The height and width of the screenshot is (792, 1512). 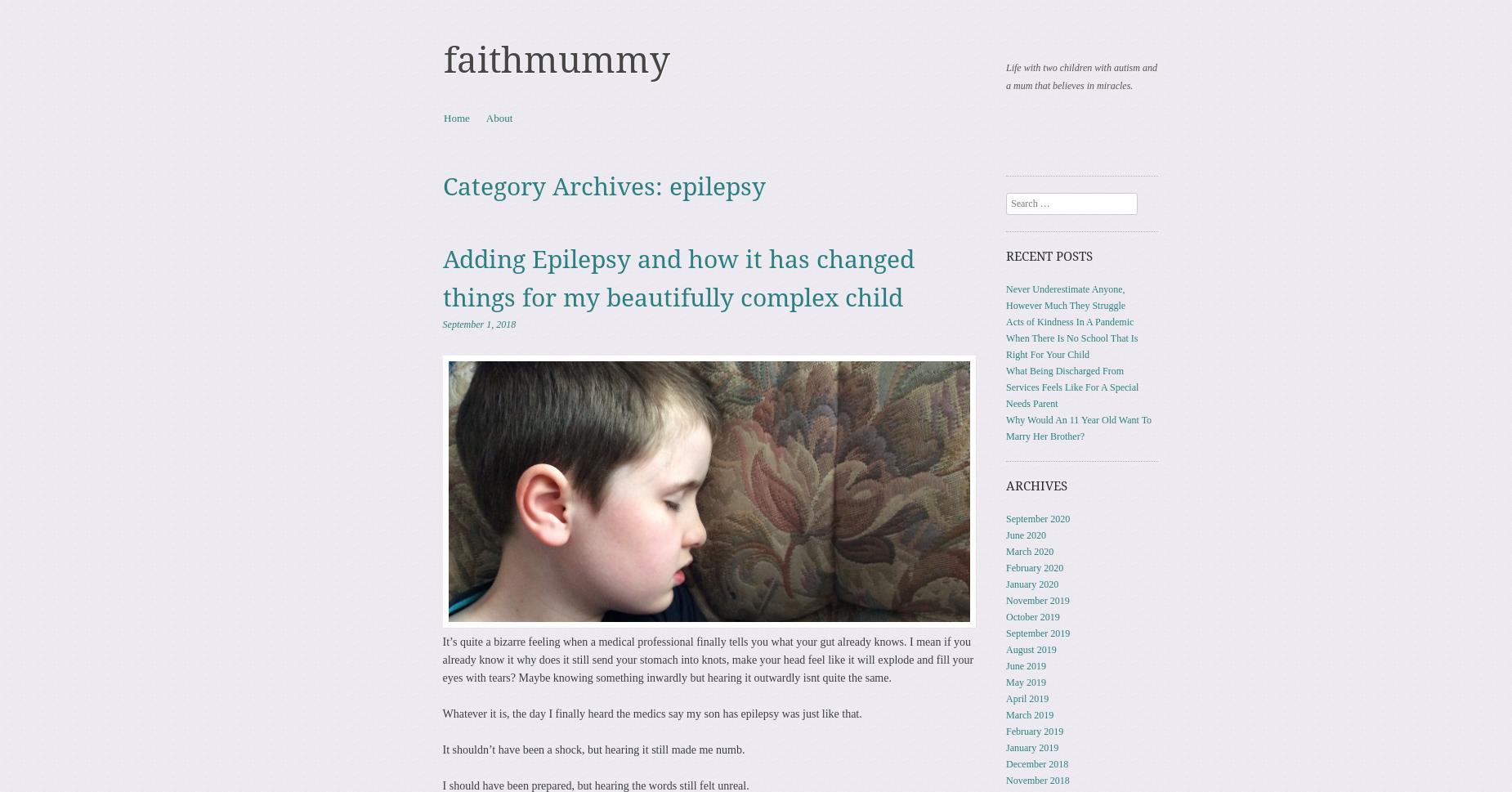 What do you see at coordinates (1004, 746) in the screenshot?
I see `'January 2019'` at bounding box center [1004, 746].